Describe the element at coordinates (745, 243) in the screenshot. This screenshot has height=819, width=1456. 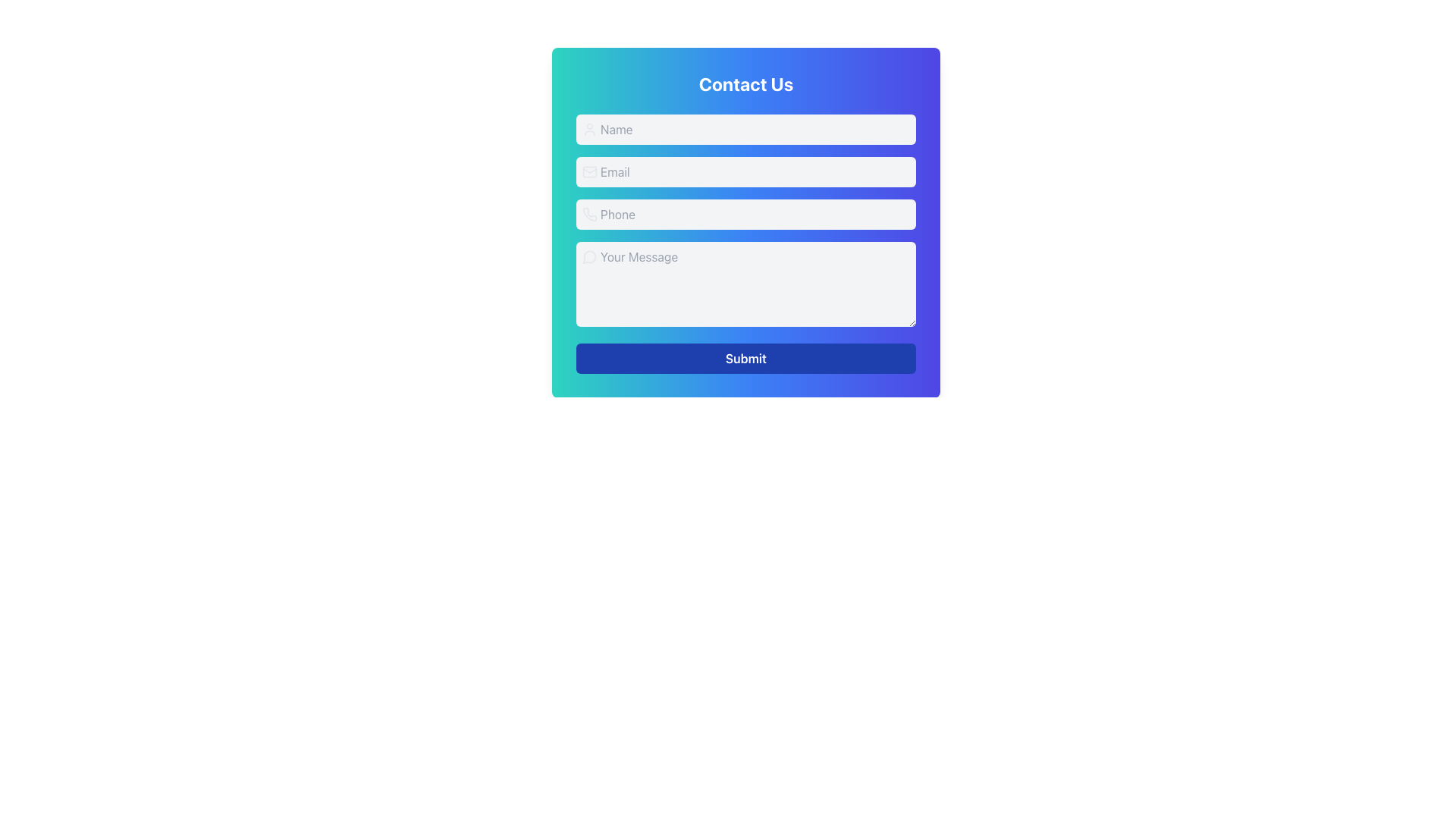
I see `to focus on the multi-line text input area located below the Name, Email, and Phone fields in the Contact Us form` at that location.